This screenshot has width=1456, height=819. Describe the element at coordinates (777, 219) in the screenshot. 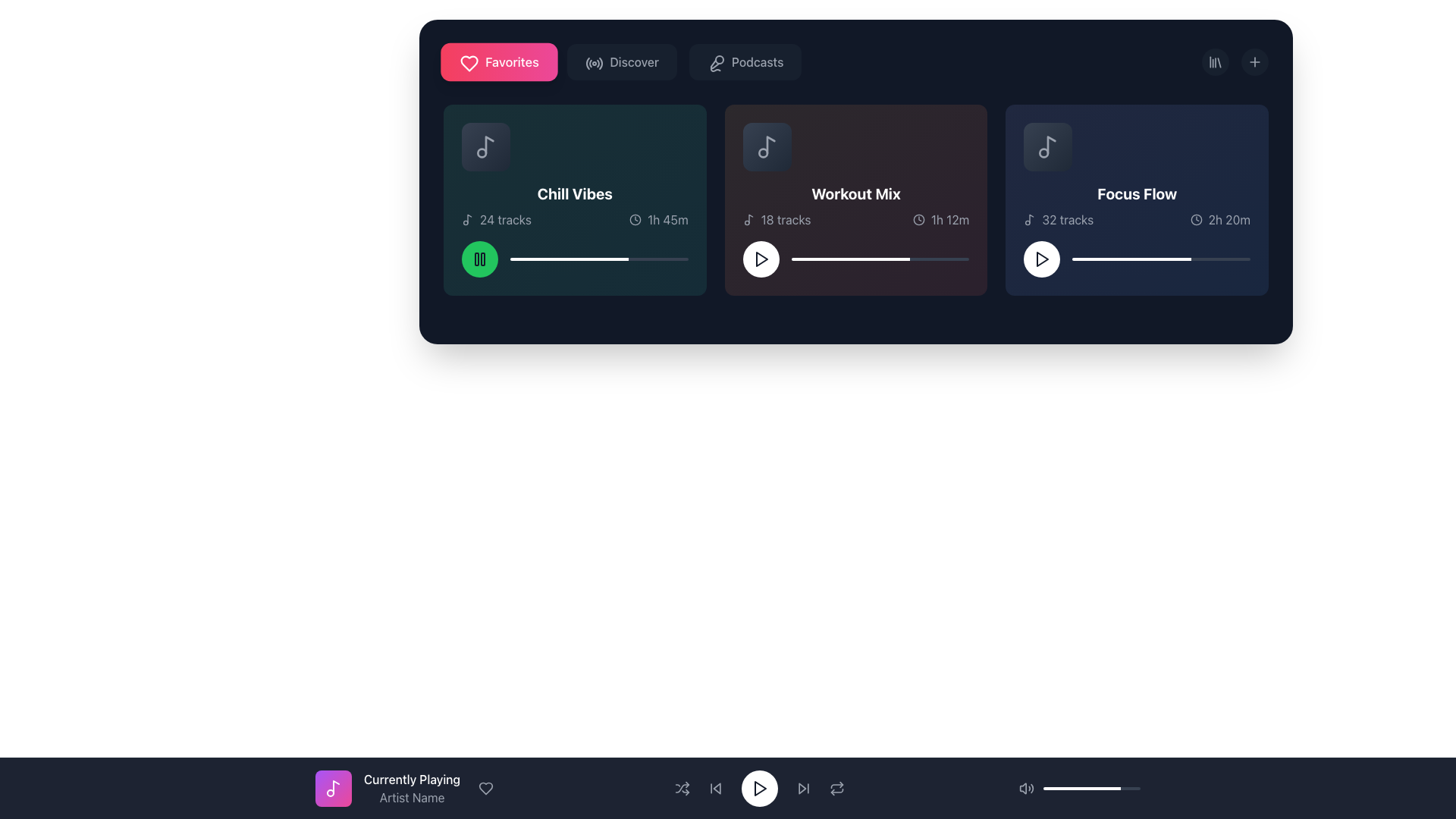

I see `the text label displaying the total number of tracks available in the 'Workout Mix' playlist, located below the title 'Workout Mix' and before the duration '1h 12m', on the second card in the central interface area` at that location.